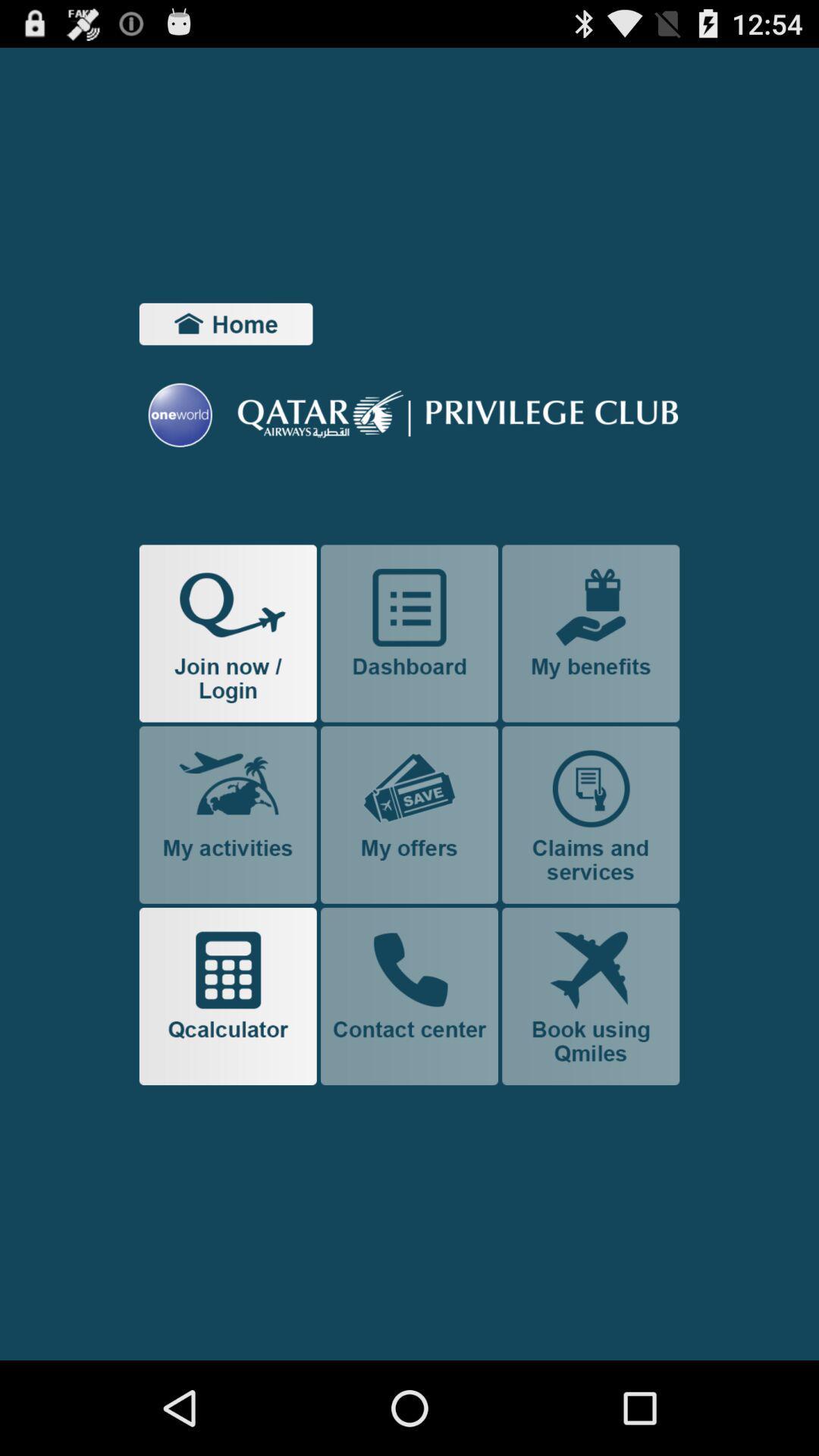  I want to click on goes to calculator, so click(227, 996).